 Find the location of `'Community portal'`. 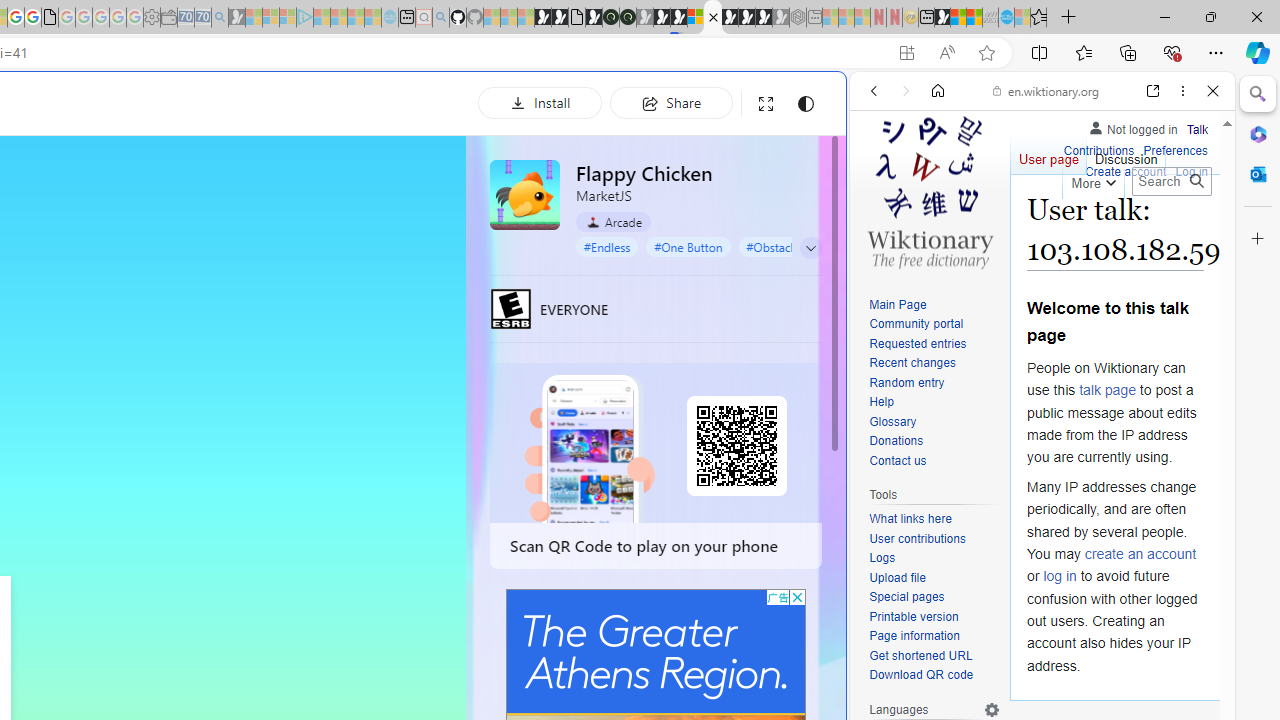

'Community portal' is located at coordinates (915, 323).